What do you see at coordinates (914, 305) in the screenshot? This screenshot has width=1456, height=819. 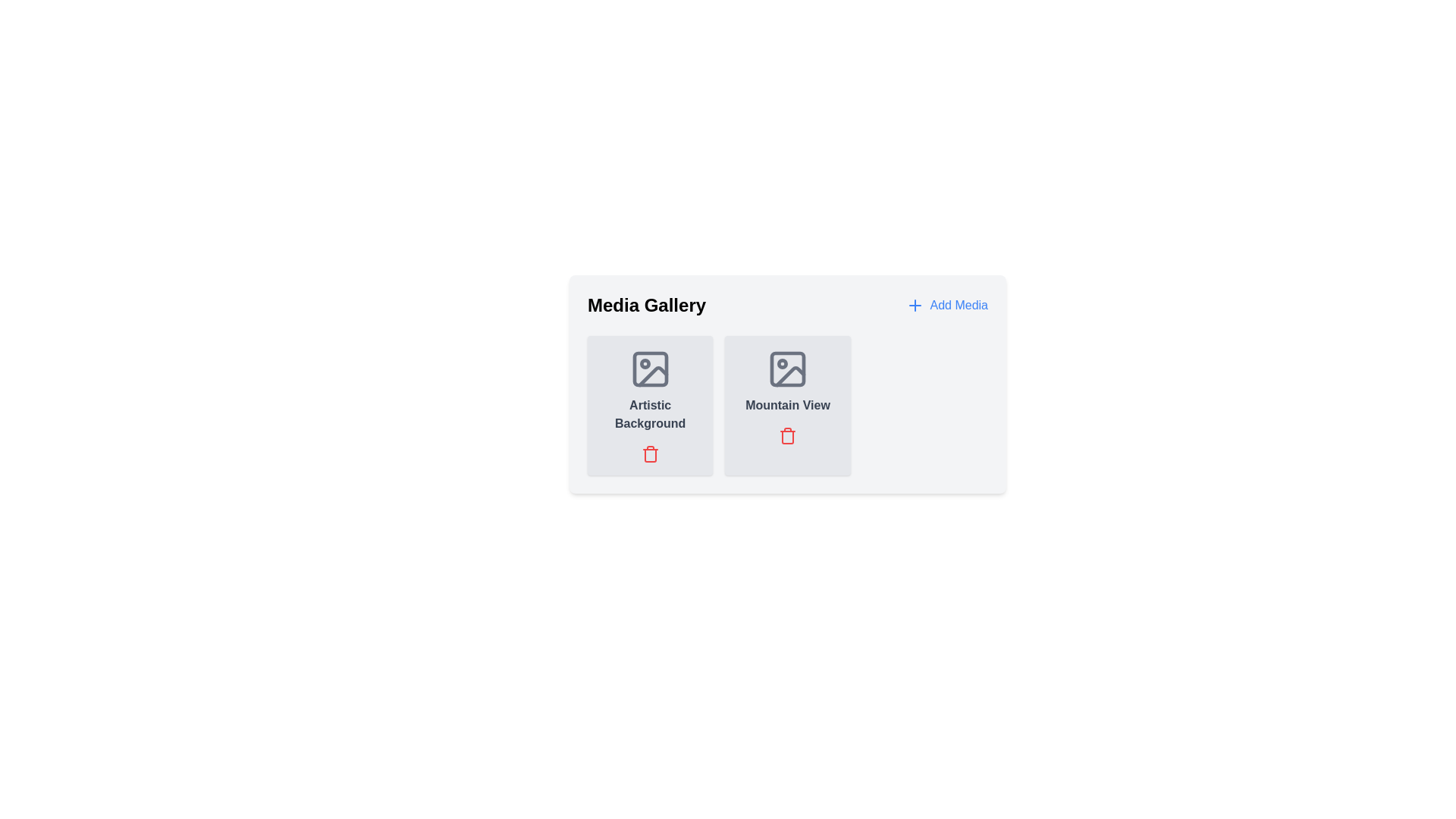 I see `the small plus-shaped icon located to the left of the 'Add Media' text in the upper-right corner of the 'Media Gallery' section` at bounding box center [914, 305].